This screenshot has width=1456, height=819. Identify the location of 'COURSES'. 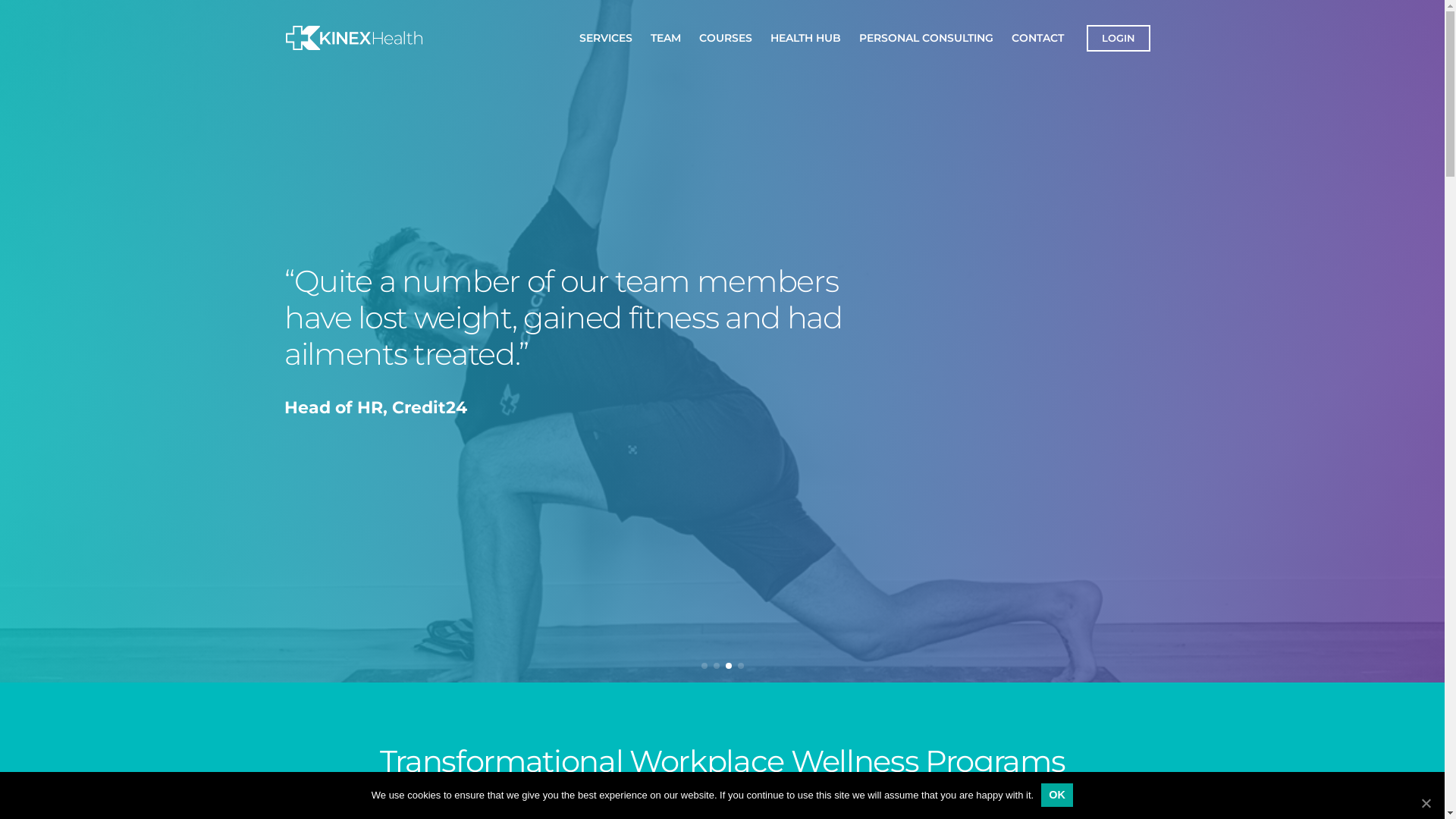
(724, 36).